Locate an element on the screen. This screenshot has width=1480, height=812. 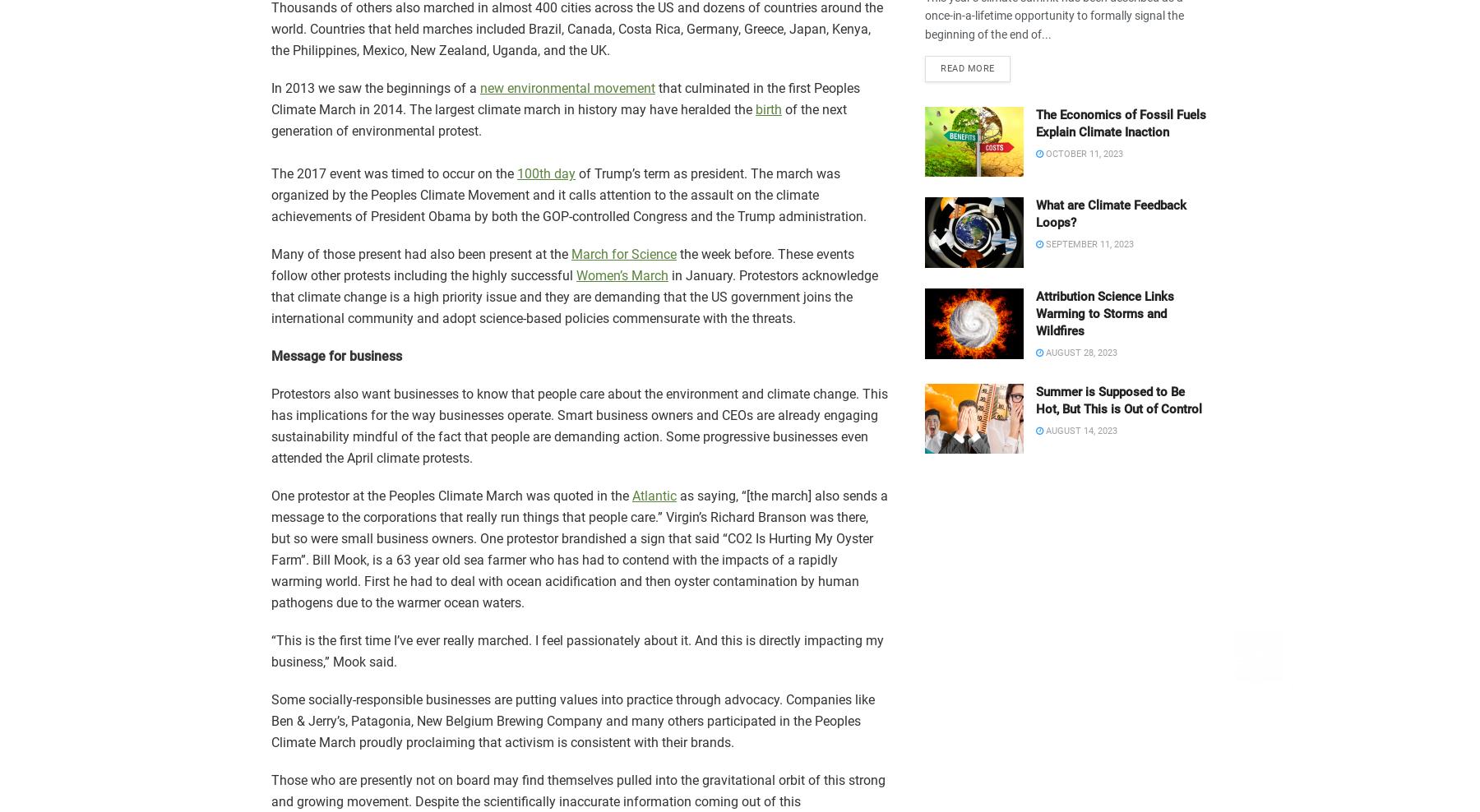
'March for Science' is located at coordinates (623, 253).